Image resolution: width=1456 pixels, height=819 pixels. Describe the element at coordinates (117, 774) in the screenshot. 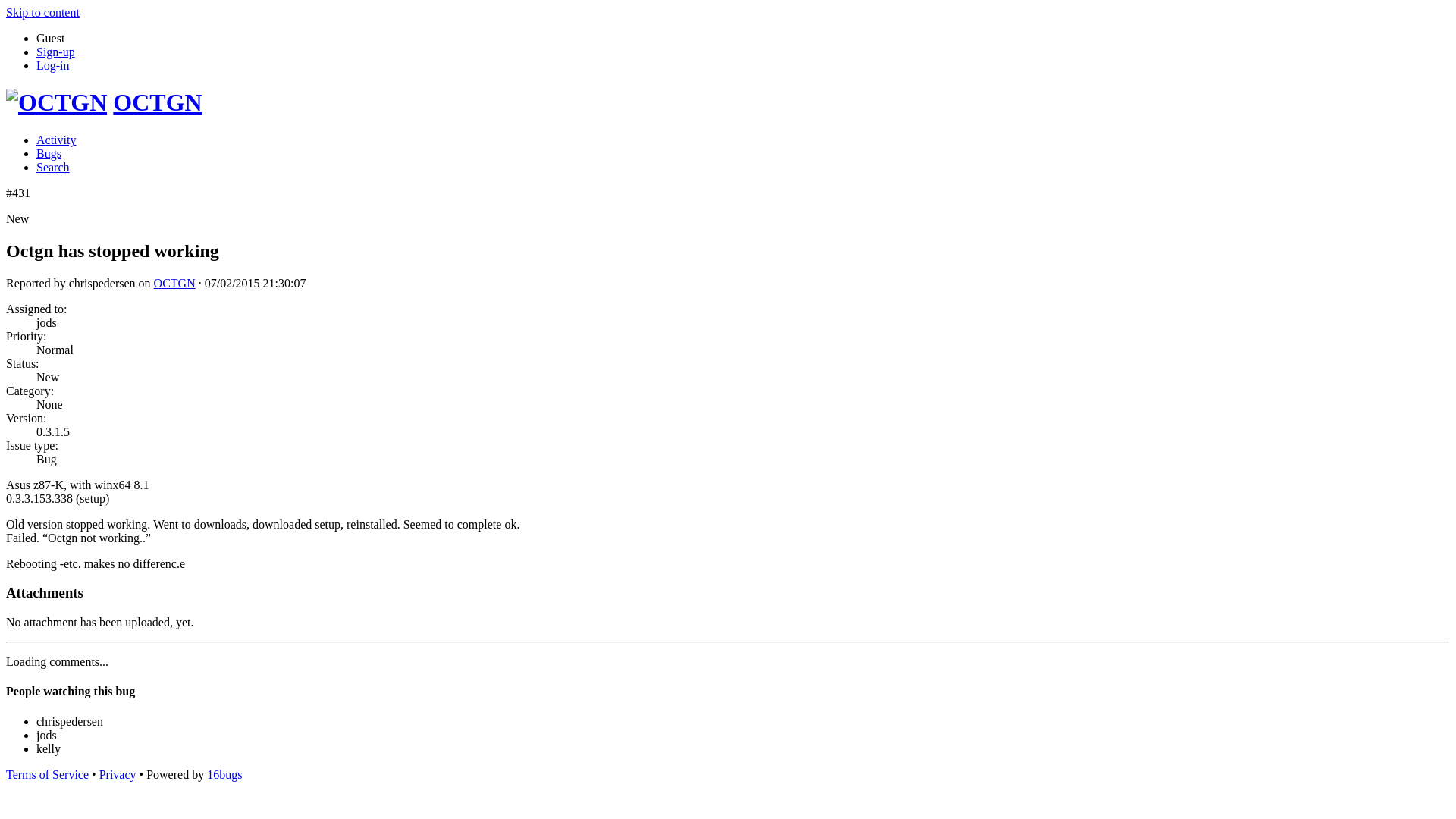

I see `'Privacy'` at that location.